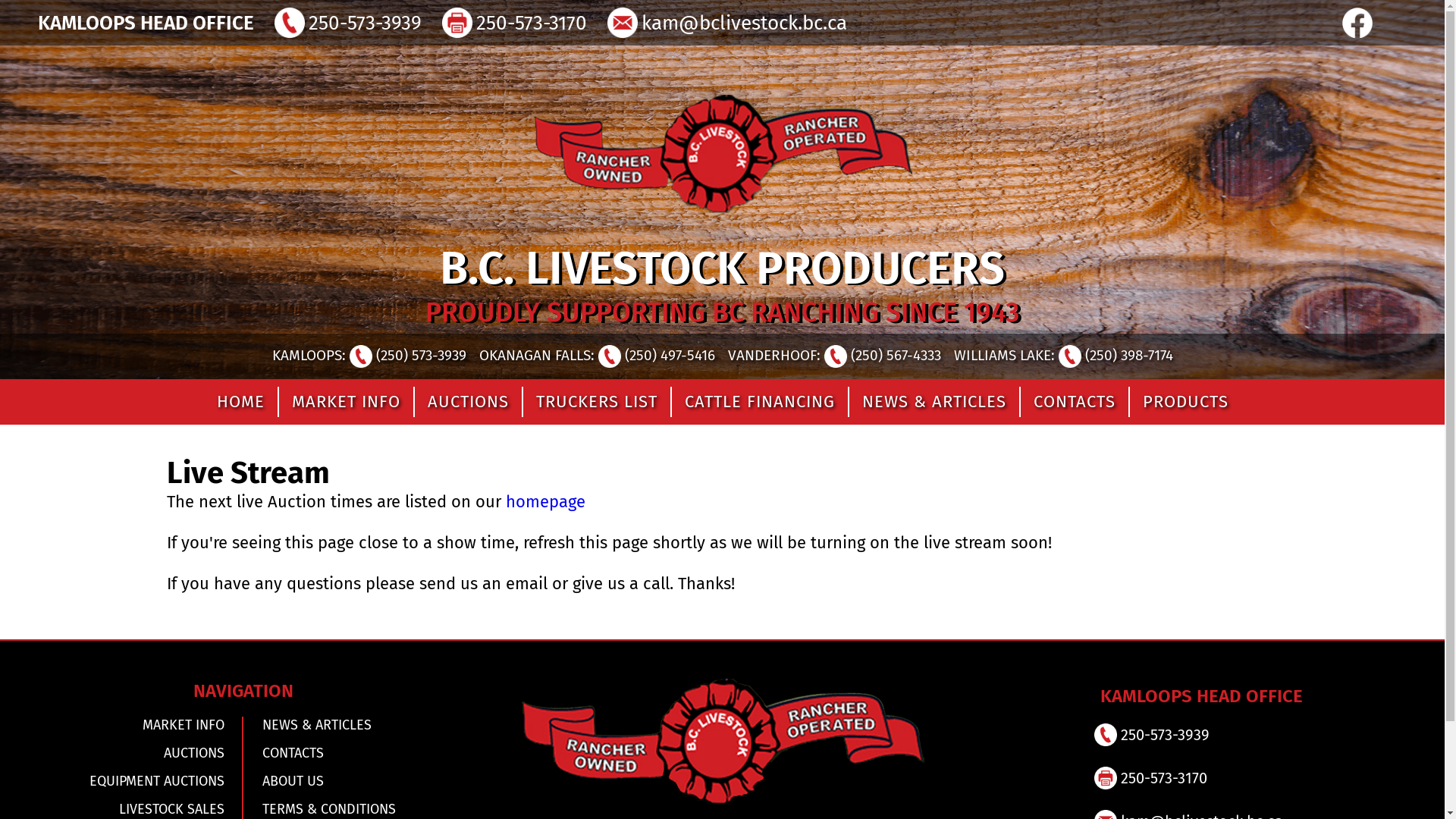 The width and height of the screenshot is (1456, 819). Describe the element at coordinates (355, 752) in the screenshot. I see `'CONTACTS'` at that location.